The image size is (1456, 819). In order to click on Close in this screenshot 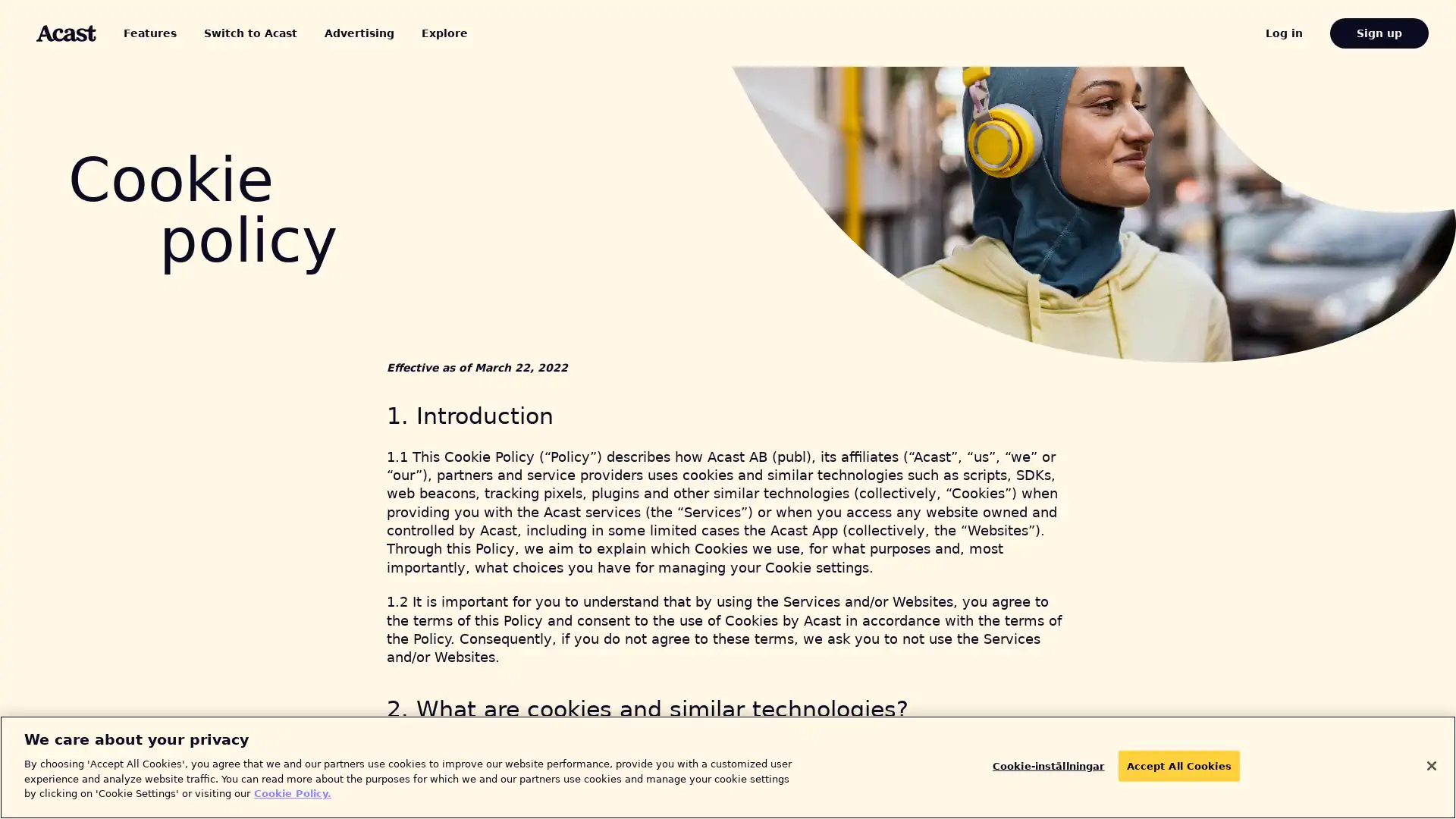, I will do `click(1430, 765)`.